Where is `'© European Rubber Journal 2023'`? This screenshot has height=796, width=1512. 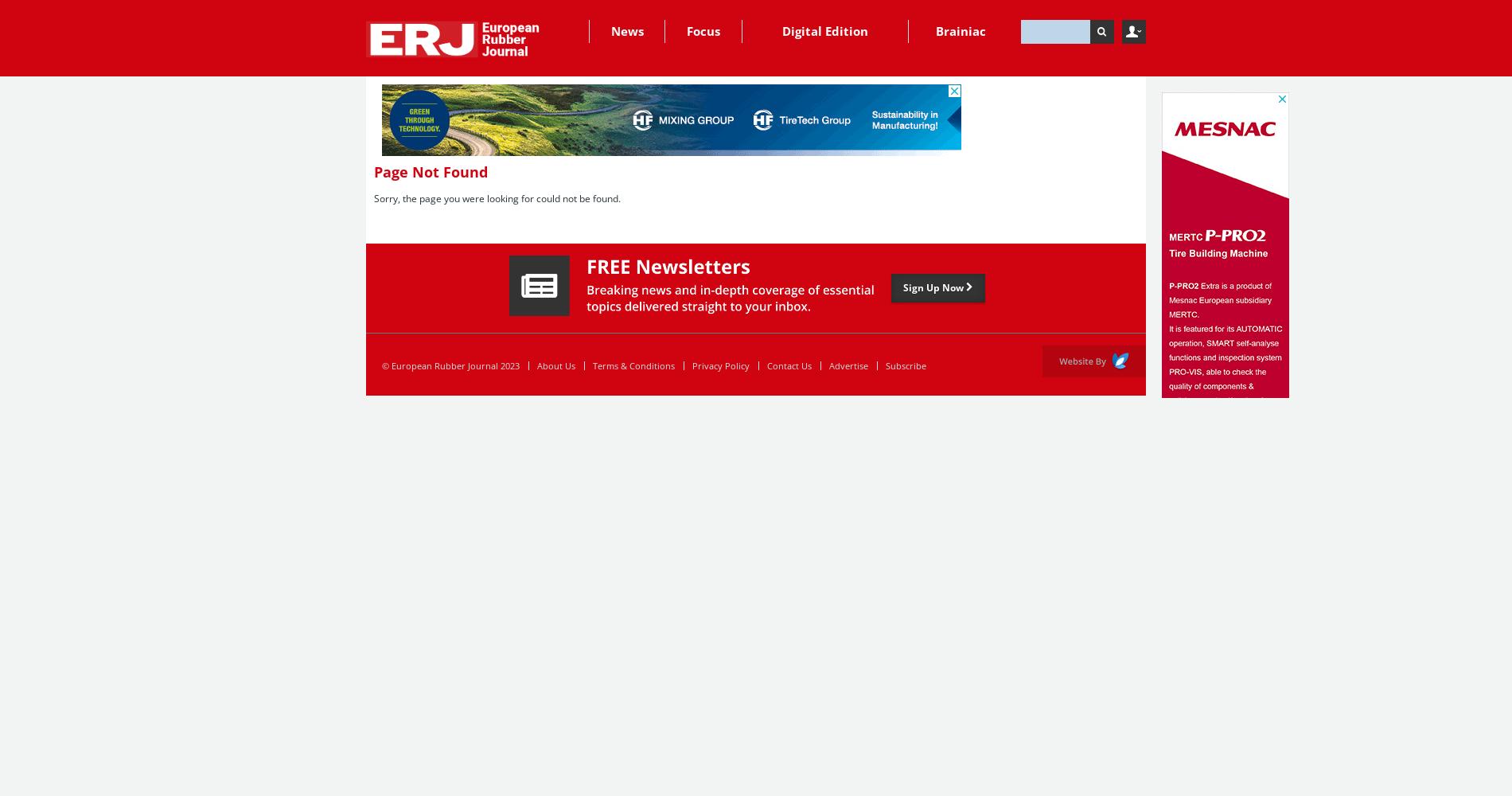
'© European Rubber Journal 2023' is located at coordinates (450, 365).